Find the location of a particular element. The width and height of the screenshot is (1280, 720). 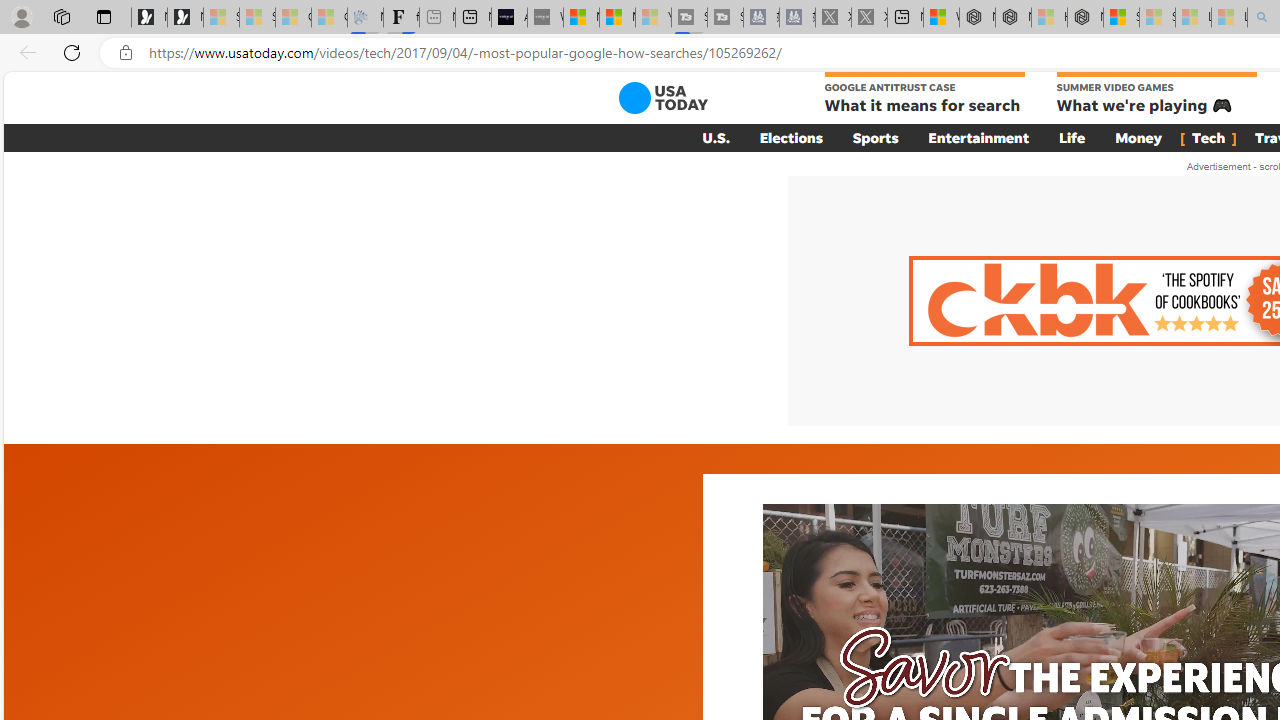

'Elections' is located at coordinates (790, 136).